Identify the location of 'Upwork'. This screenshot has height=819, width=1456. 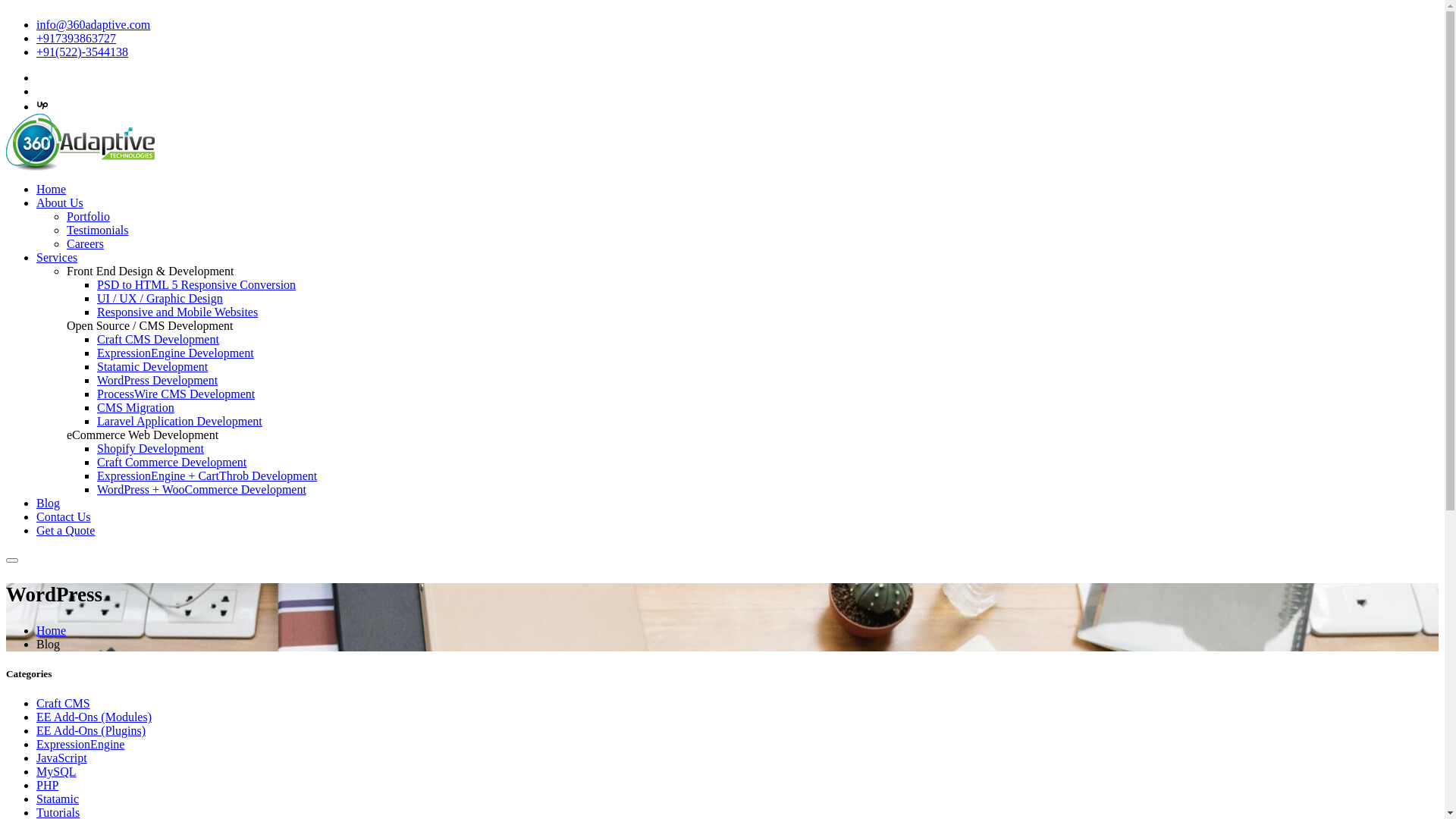
(42, 105).